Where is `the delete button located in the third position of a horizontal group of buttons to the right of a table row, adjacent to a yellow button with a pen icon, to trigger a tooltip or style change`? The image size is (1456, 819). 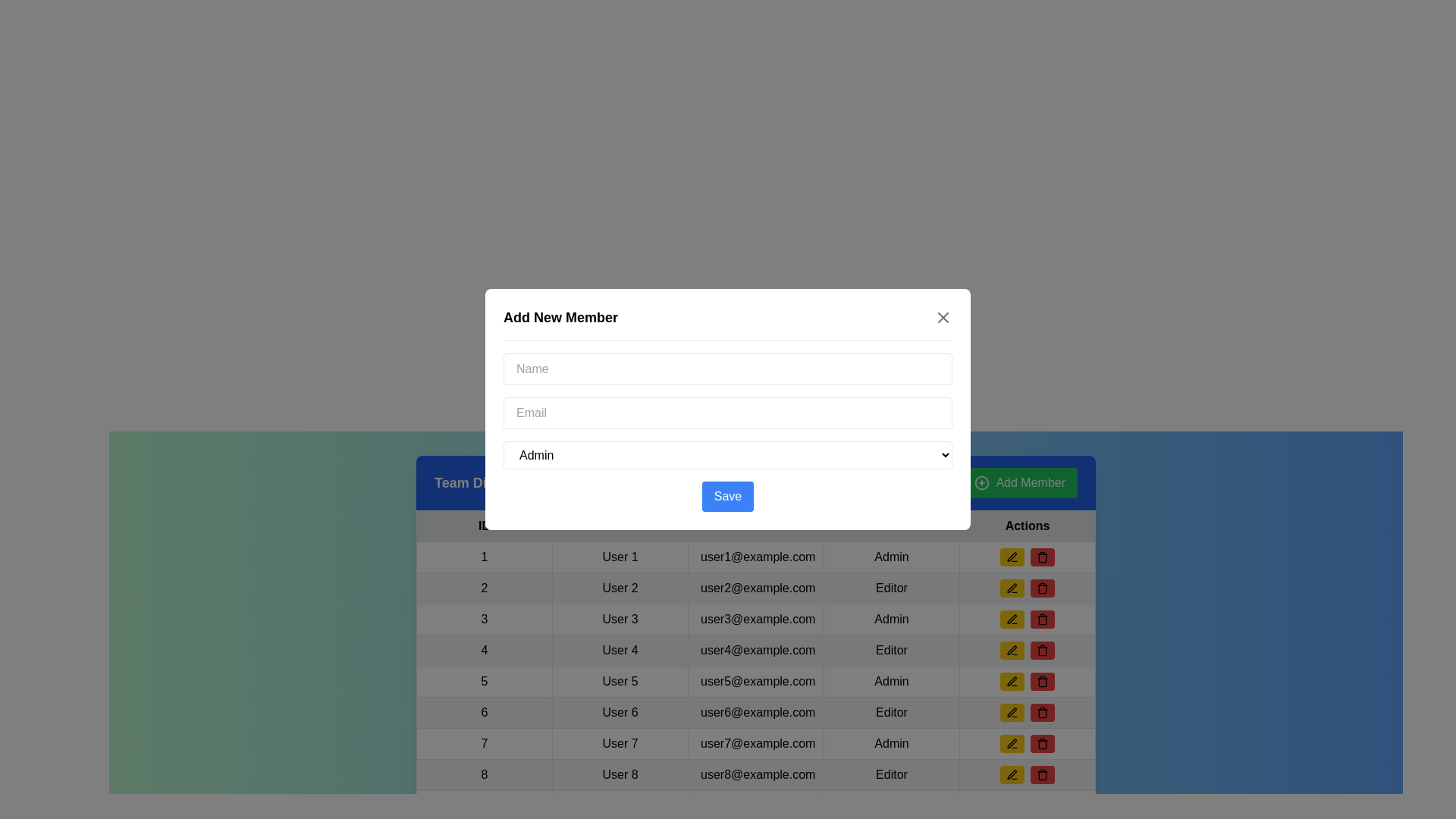 the delete button located in the third position of a horizontal group of buttons to the right of a table row, adjacent to a yellow button with a pen icon, to trigger a tooltip or style change is located at coordinates (1041, 620).